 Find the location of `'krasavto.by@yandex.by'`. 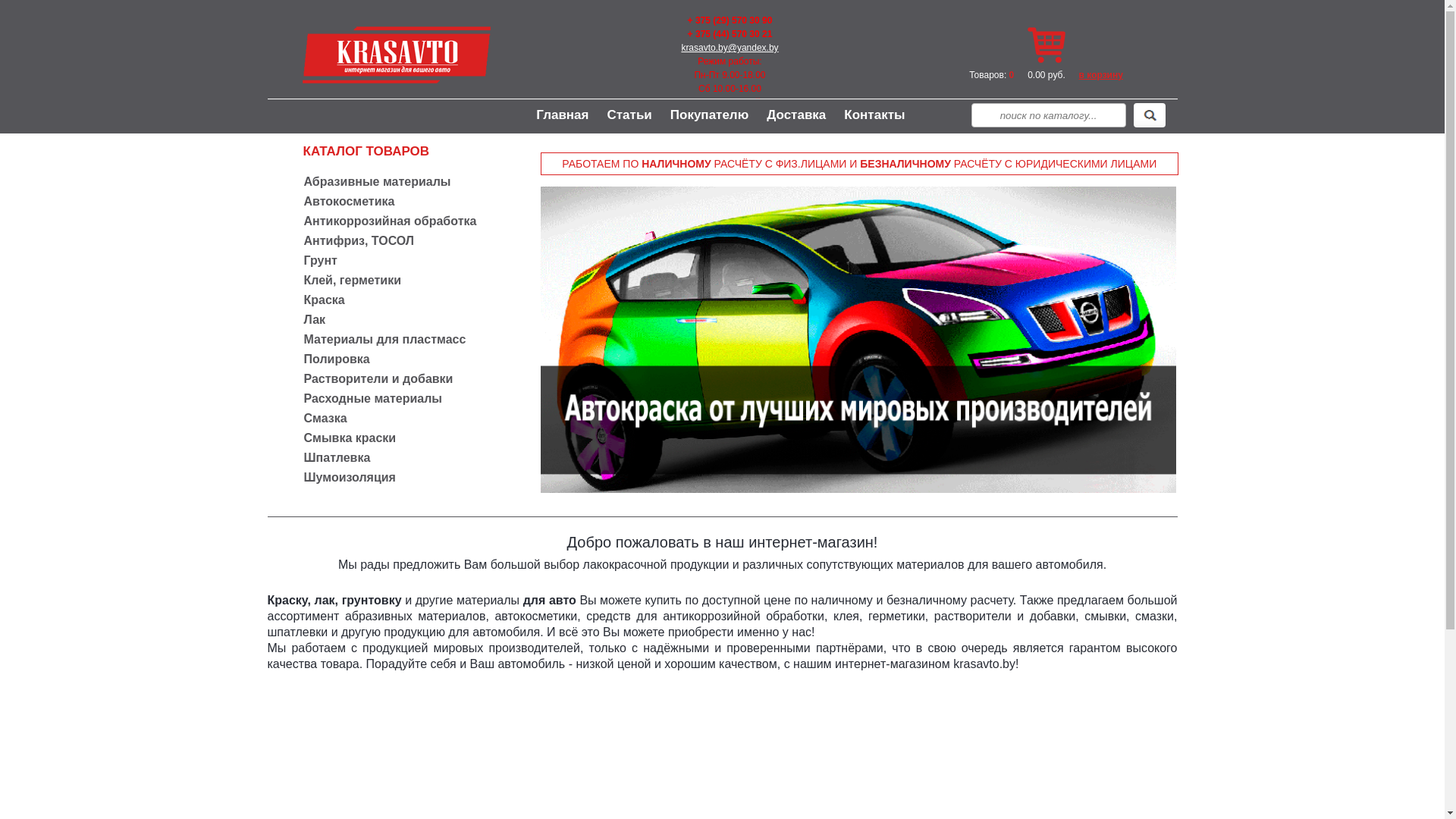

'krasavto.by@yandex.by' is located at coordinates (729, 46).